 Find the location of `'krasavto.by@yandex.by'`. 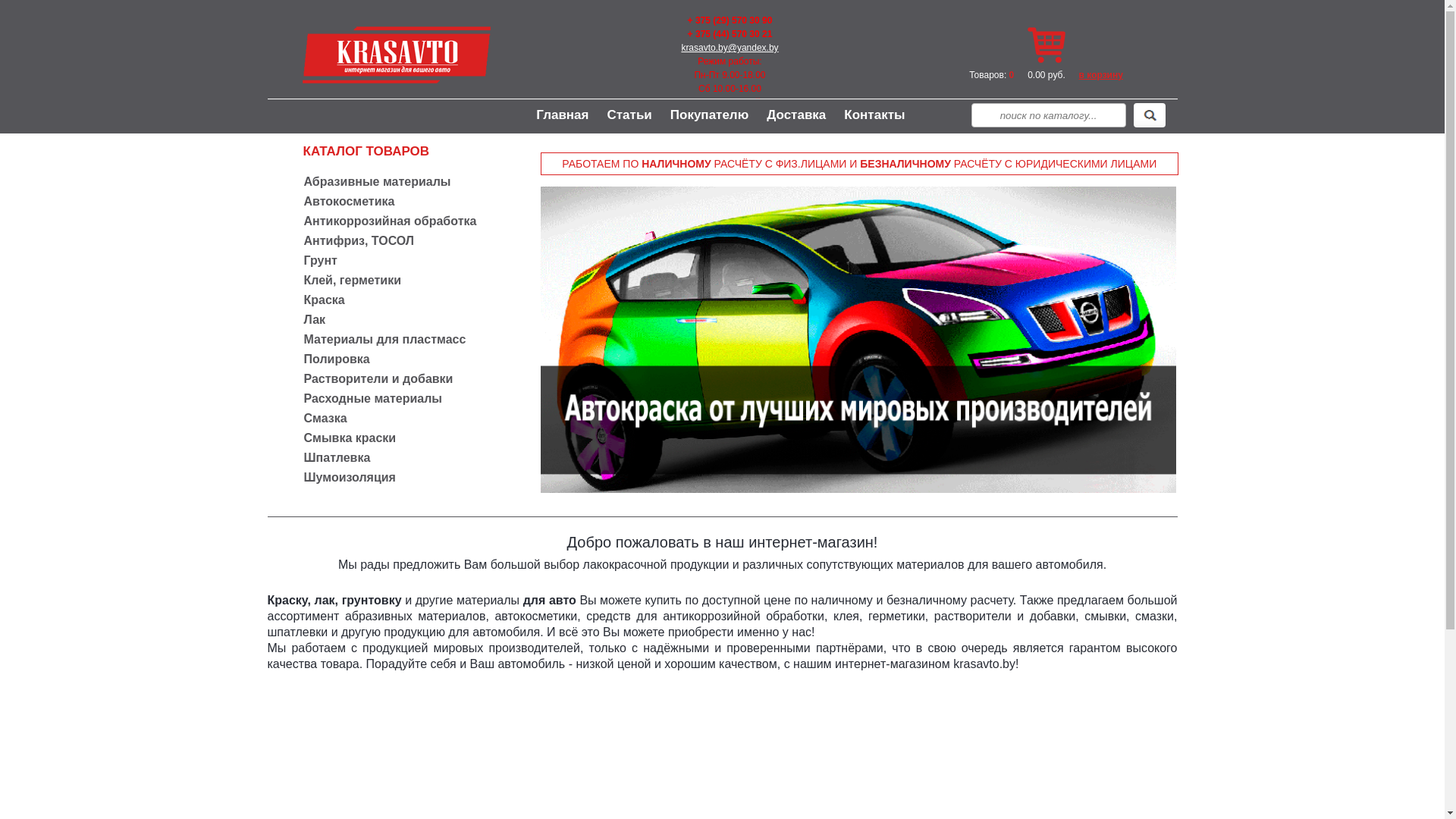

'krasavto.by@yandex.by' is located at coordinates (729, 46).